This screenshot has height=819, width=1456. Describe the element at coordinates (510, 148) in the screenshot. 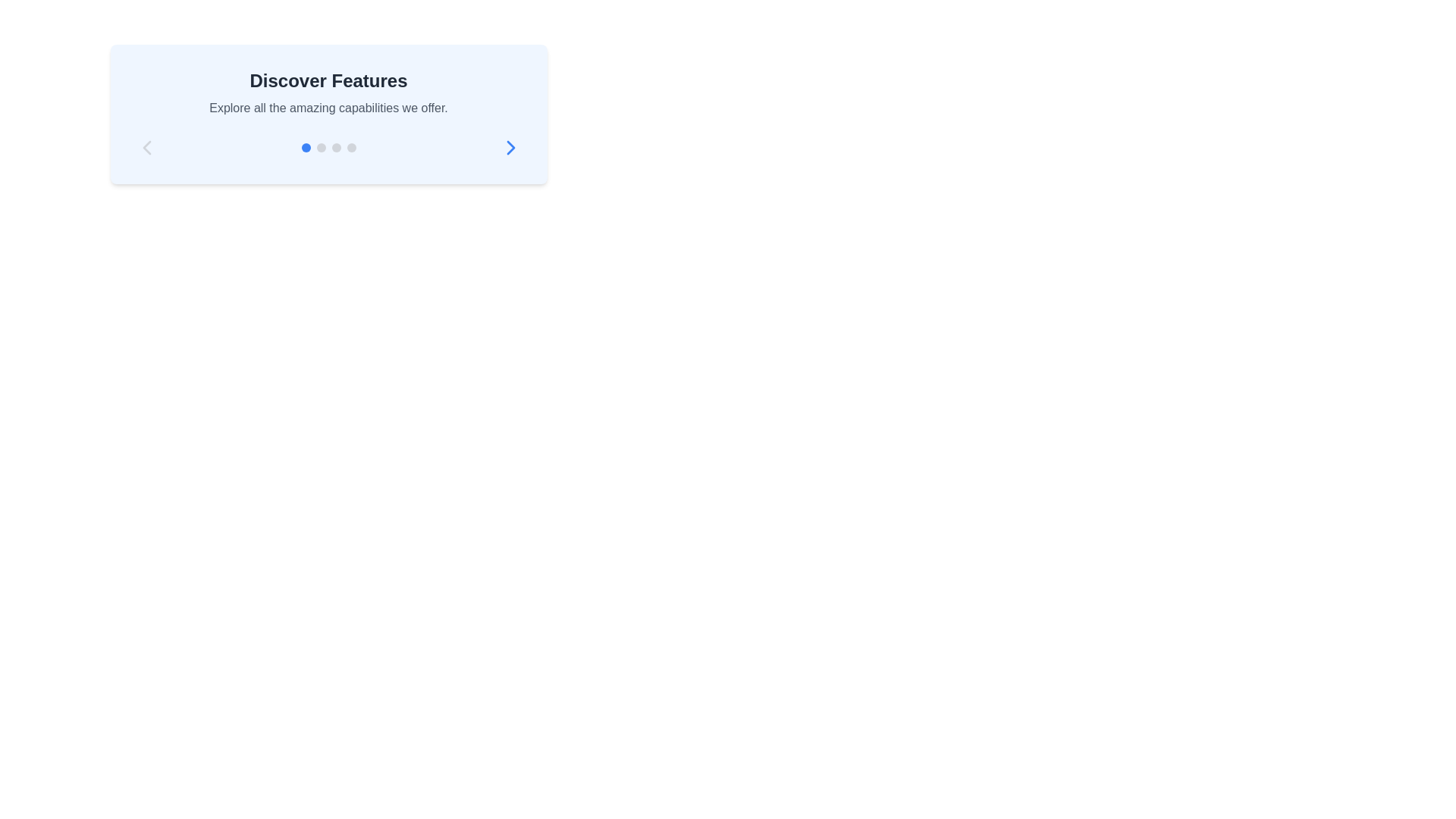

I see `the navigation arrow icon at the right end of the carousel to move to the next item` at that location.